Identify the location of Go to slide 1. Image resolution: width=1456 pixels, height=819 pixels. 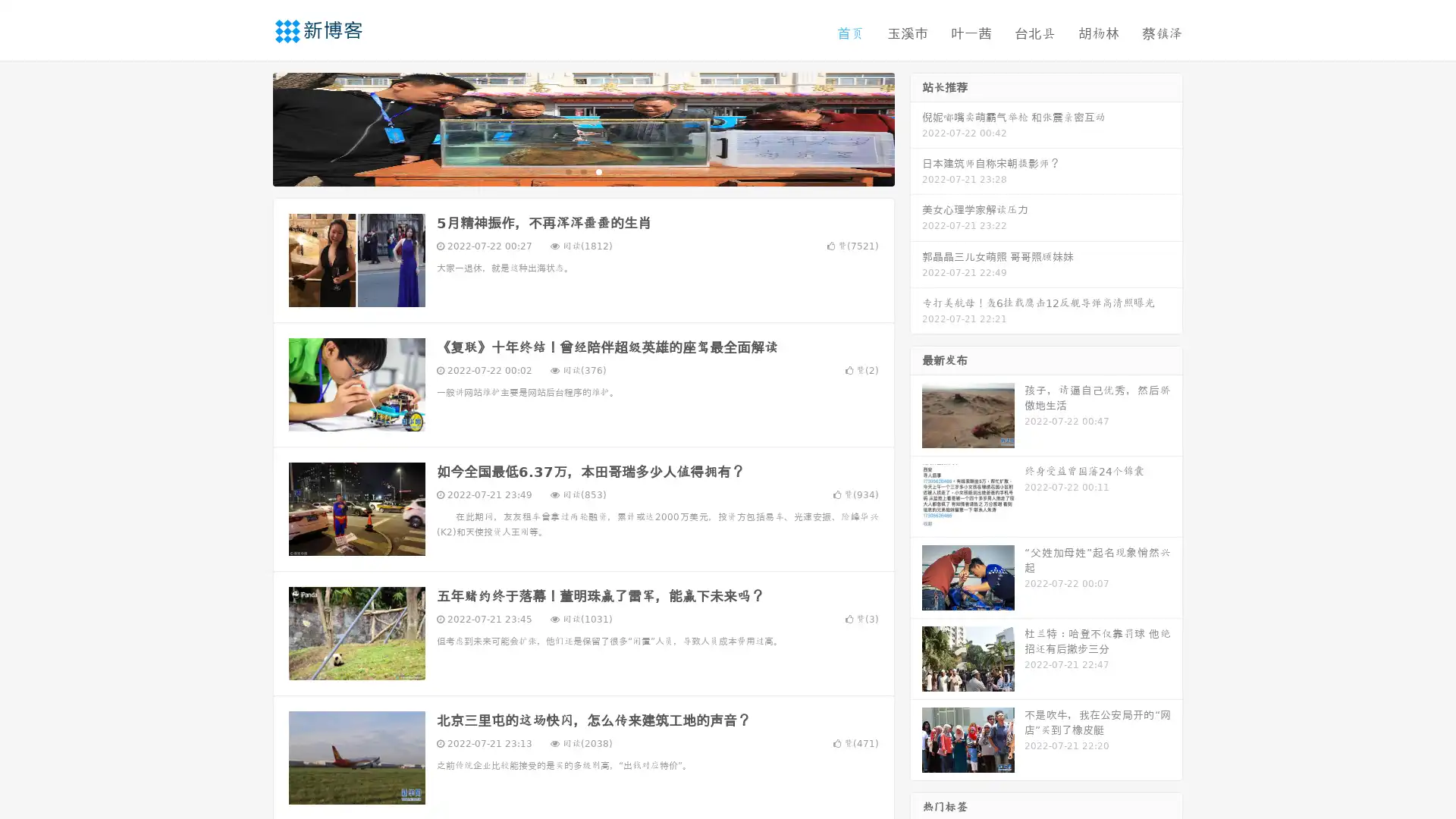
(567, 171).